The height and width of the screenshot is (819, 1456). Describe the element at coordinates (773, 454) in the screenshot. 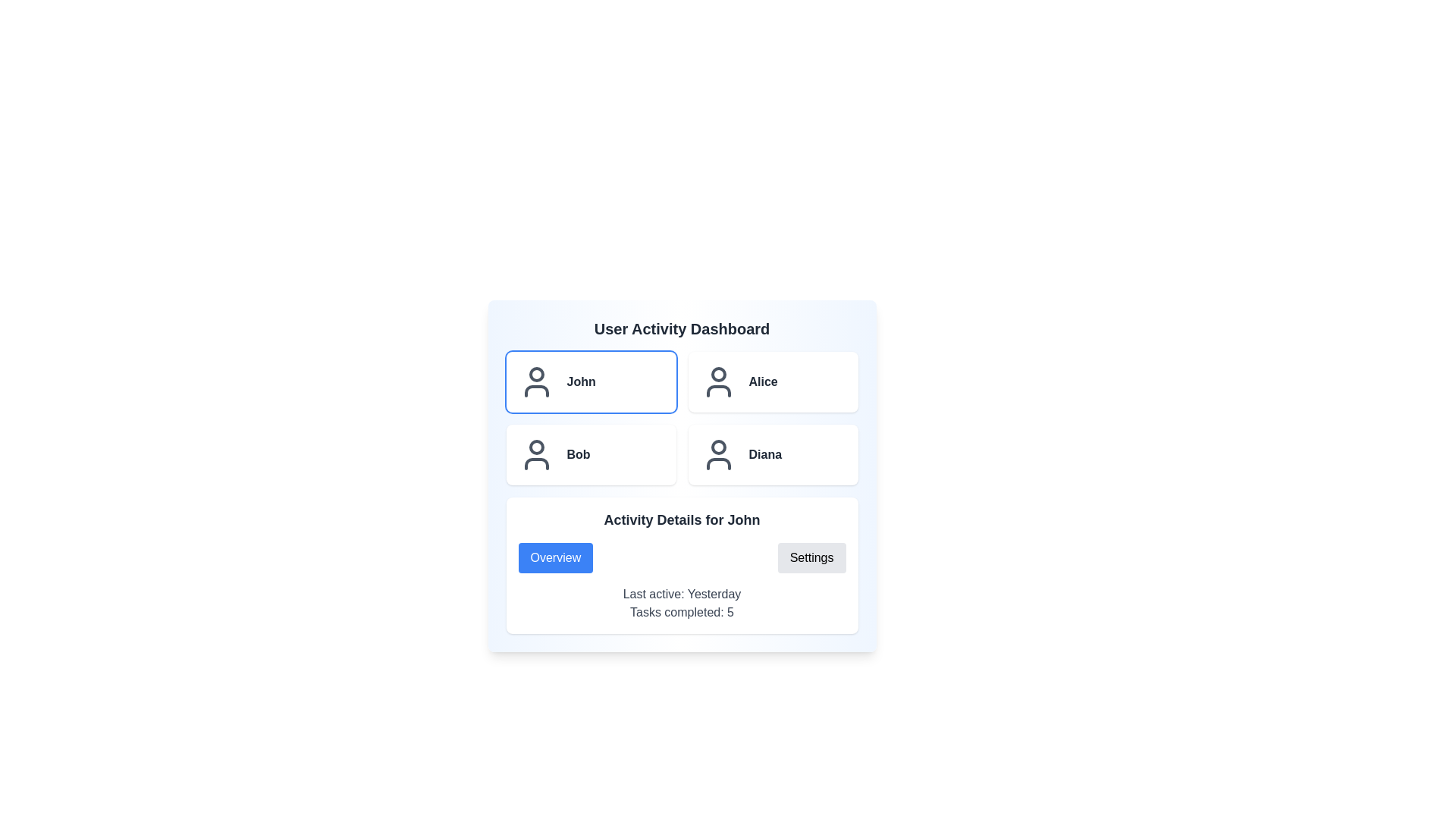

I see `the user card for 'Diana', which has a white background, rounded corners, and includes a user icon and the name 'Diana' in bold dark gray font` at that location.